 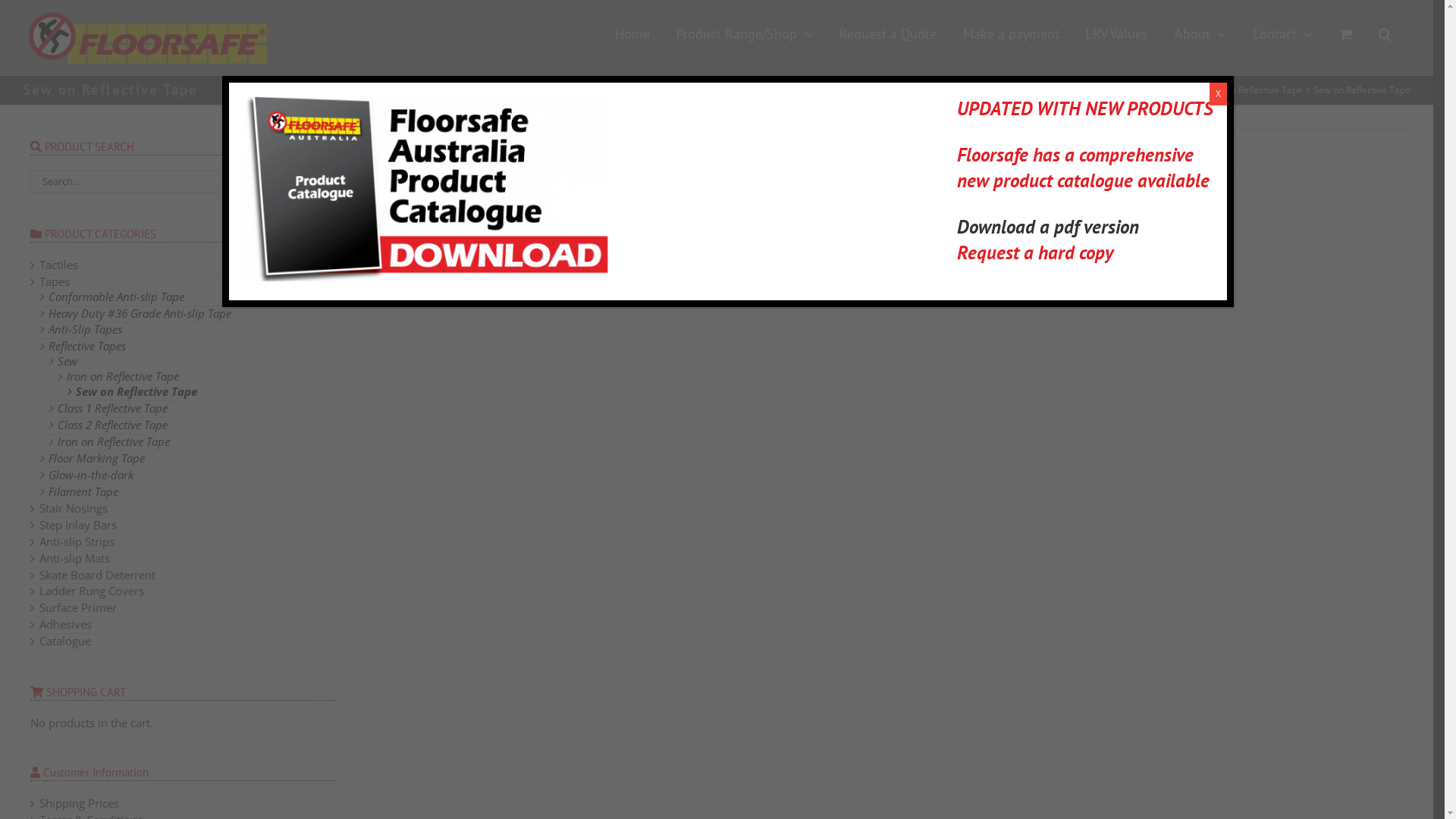 I want to click on 'Adhesives', so click(x=64, y=623).